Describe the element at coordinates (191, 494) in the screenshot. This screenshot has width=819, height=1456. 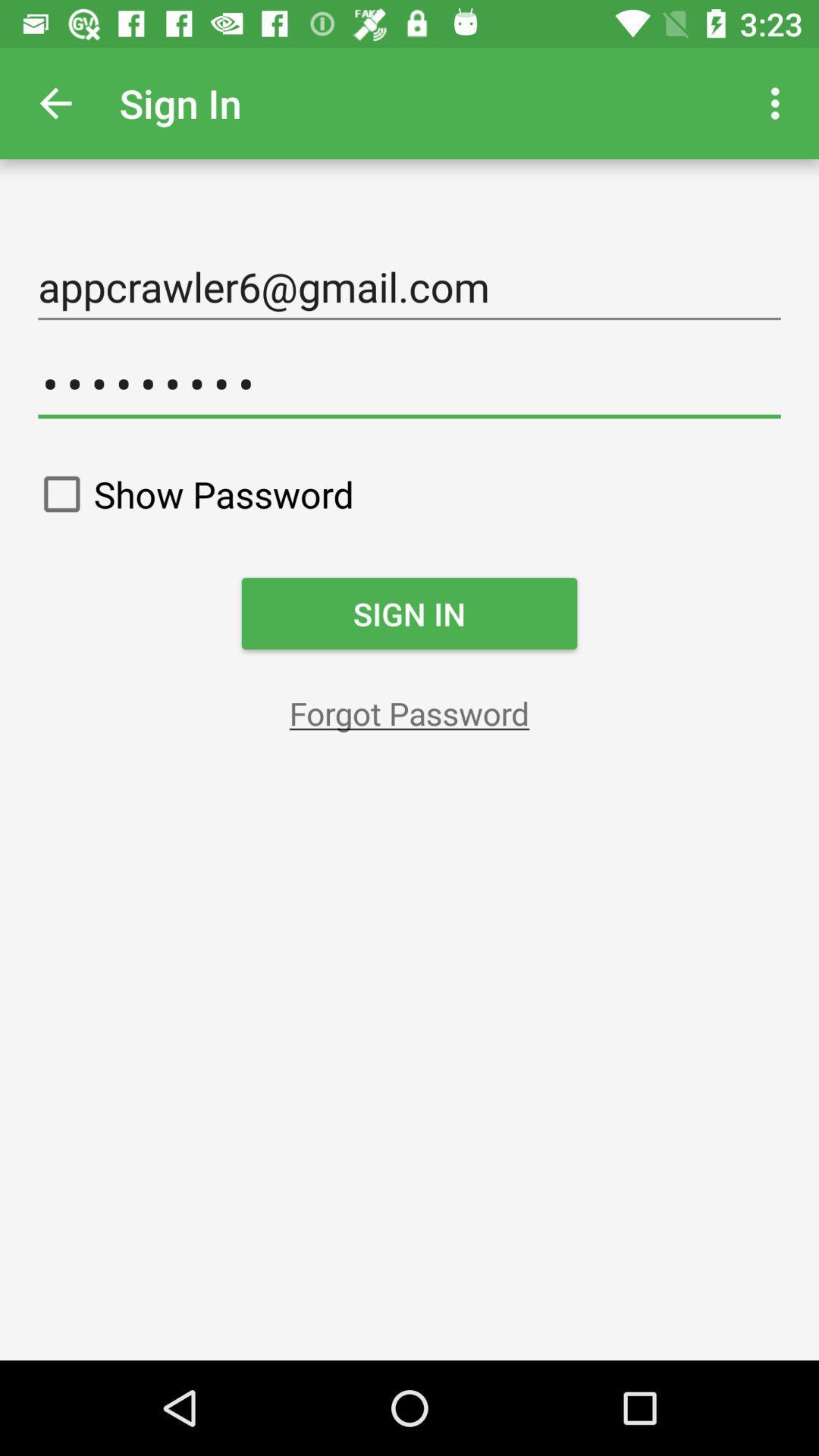
I see `icon above sign in` at that location.